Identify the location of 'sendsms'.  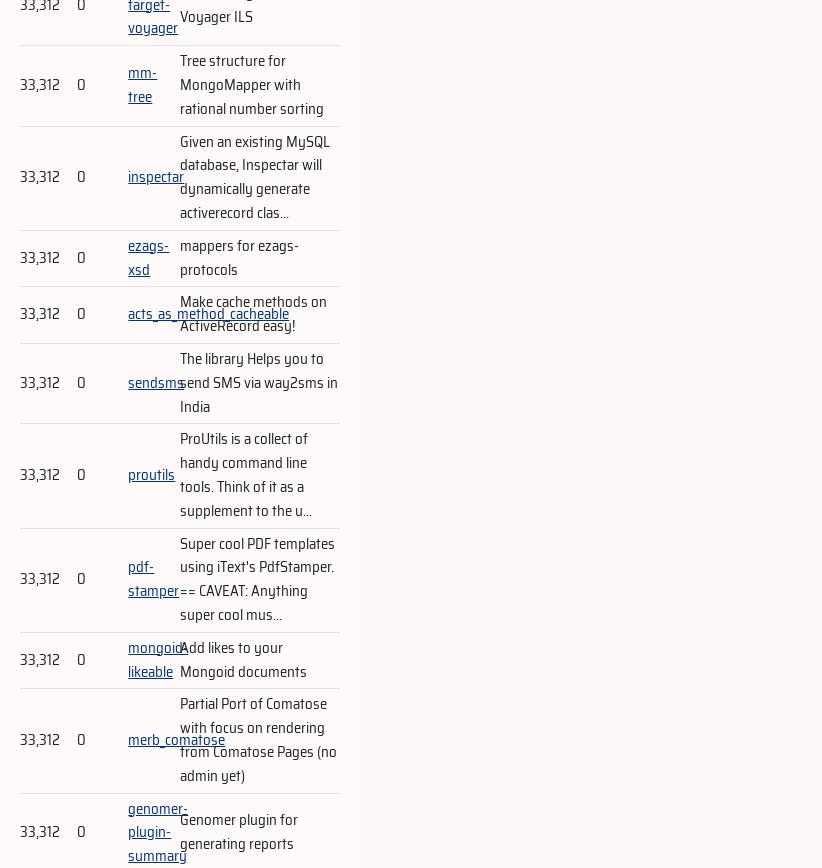
(156, 382).